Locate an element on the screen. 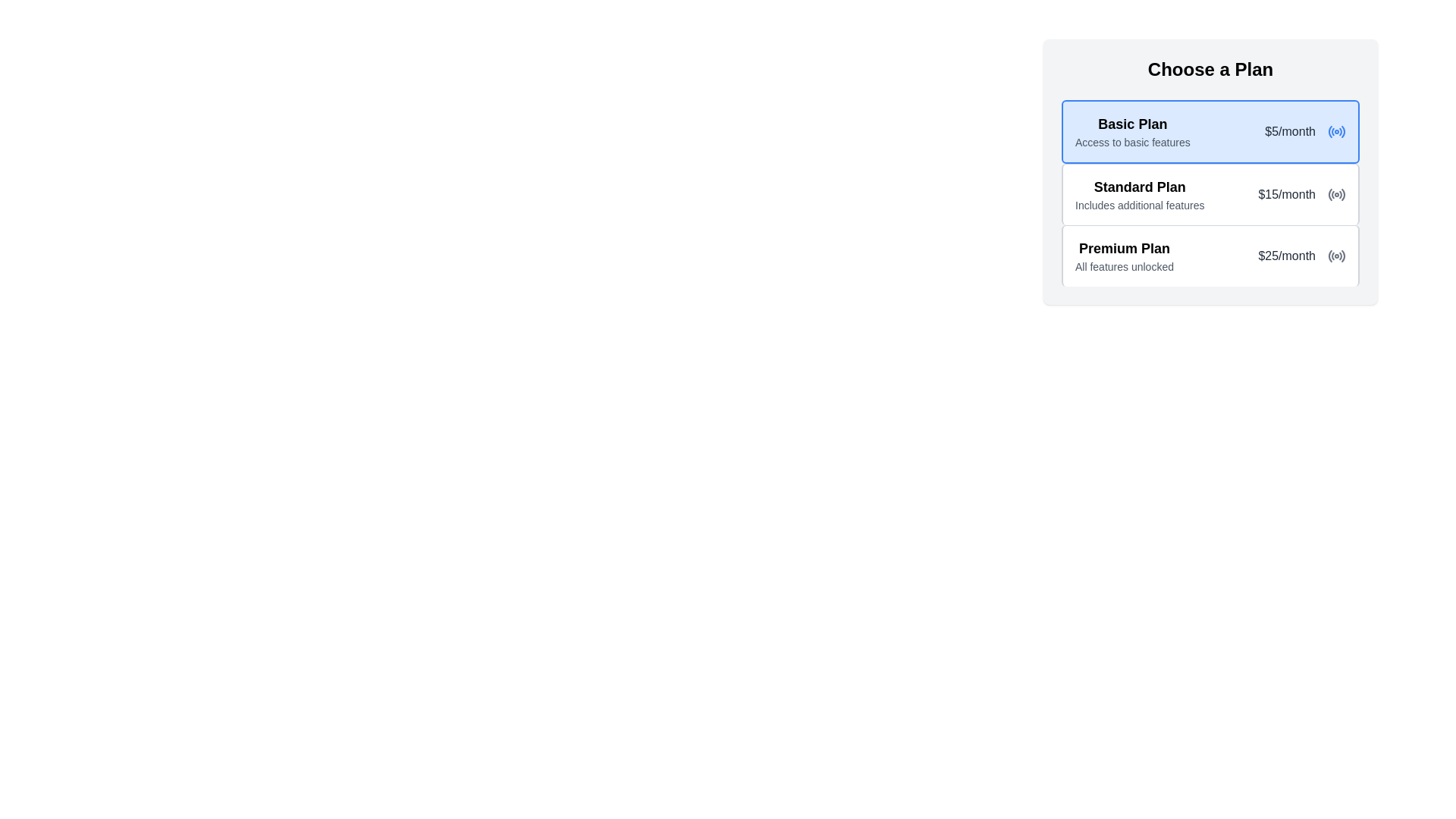 This screenshot has width=1456, height=819. the label with the text 'Access to basic features' which is styled in gray small font and located beneath the 'Basic Plan' title in the first card under the 'Choose a Plan' header is located at coordinates (1132, 143).